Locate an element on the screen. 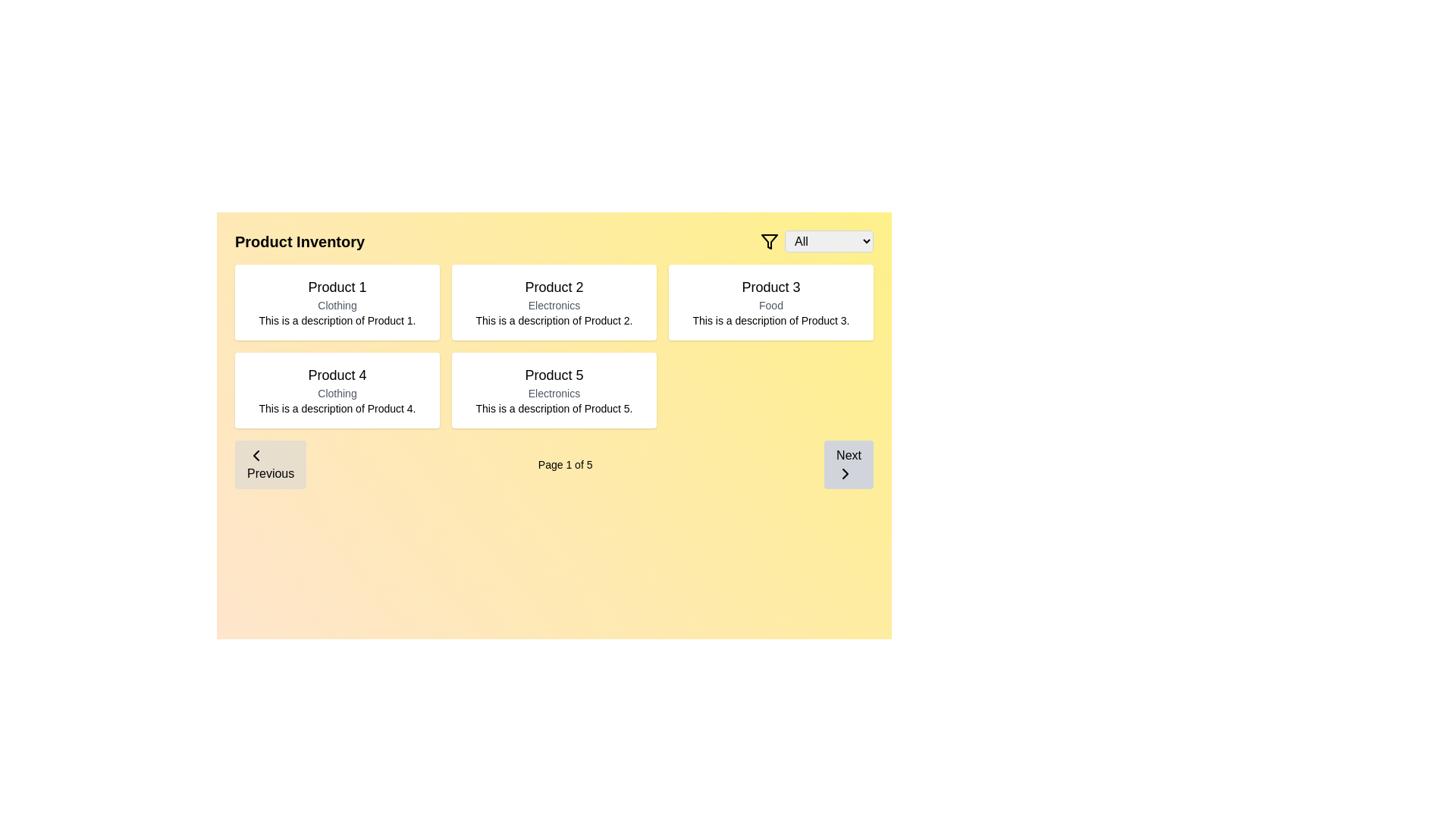  the chevron (right arrow) icon located inside the 'Next' navigation button in the bottom-right corner of the interface is located at coordinates (845, 472).